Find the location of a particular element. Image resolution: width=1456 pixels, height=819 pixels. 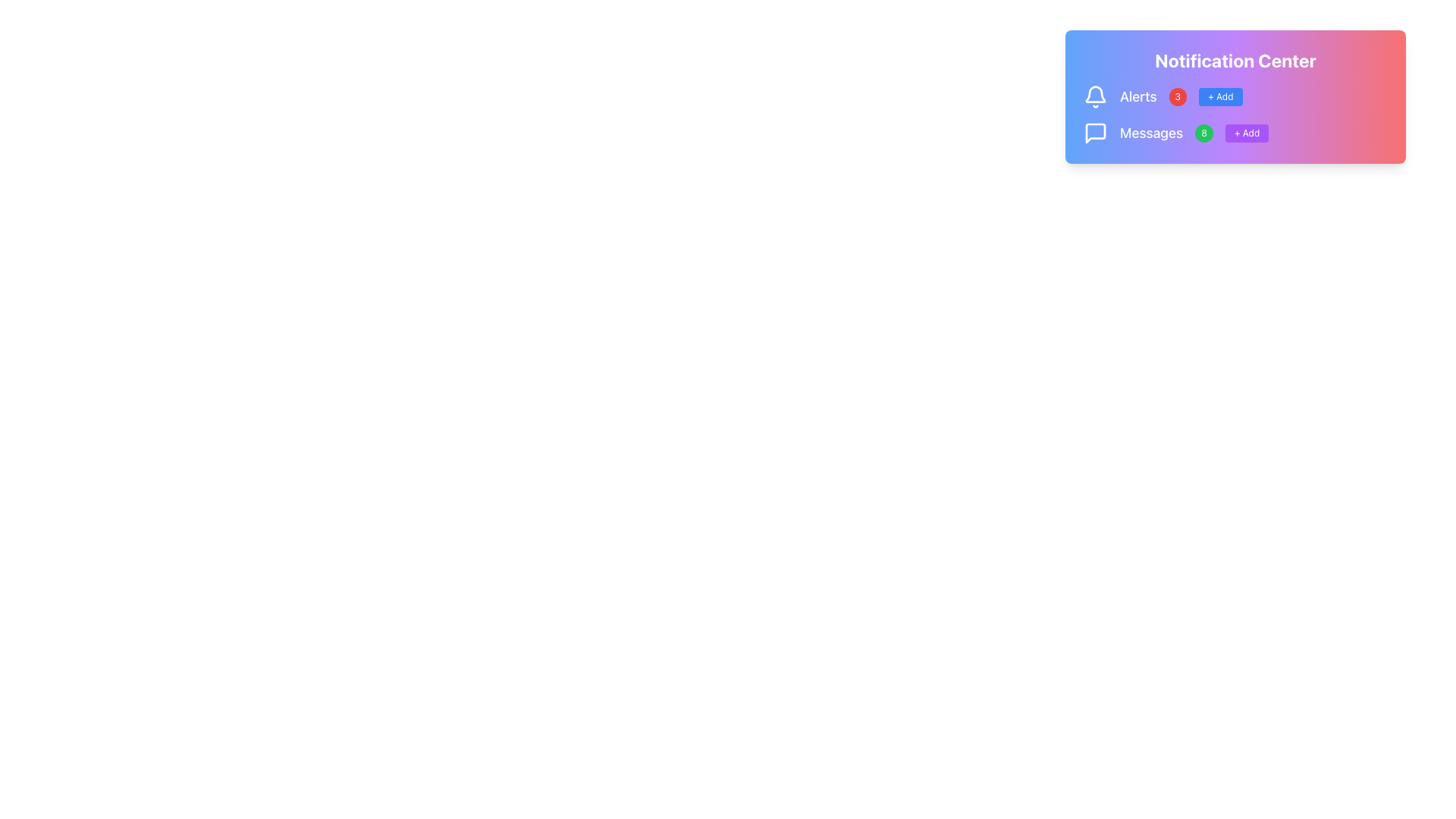

the 'Add Alerts' button located in the top row of the notification panel under the header 'Notification Center' is located at coordinates (1220, 96).